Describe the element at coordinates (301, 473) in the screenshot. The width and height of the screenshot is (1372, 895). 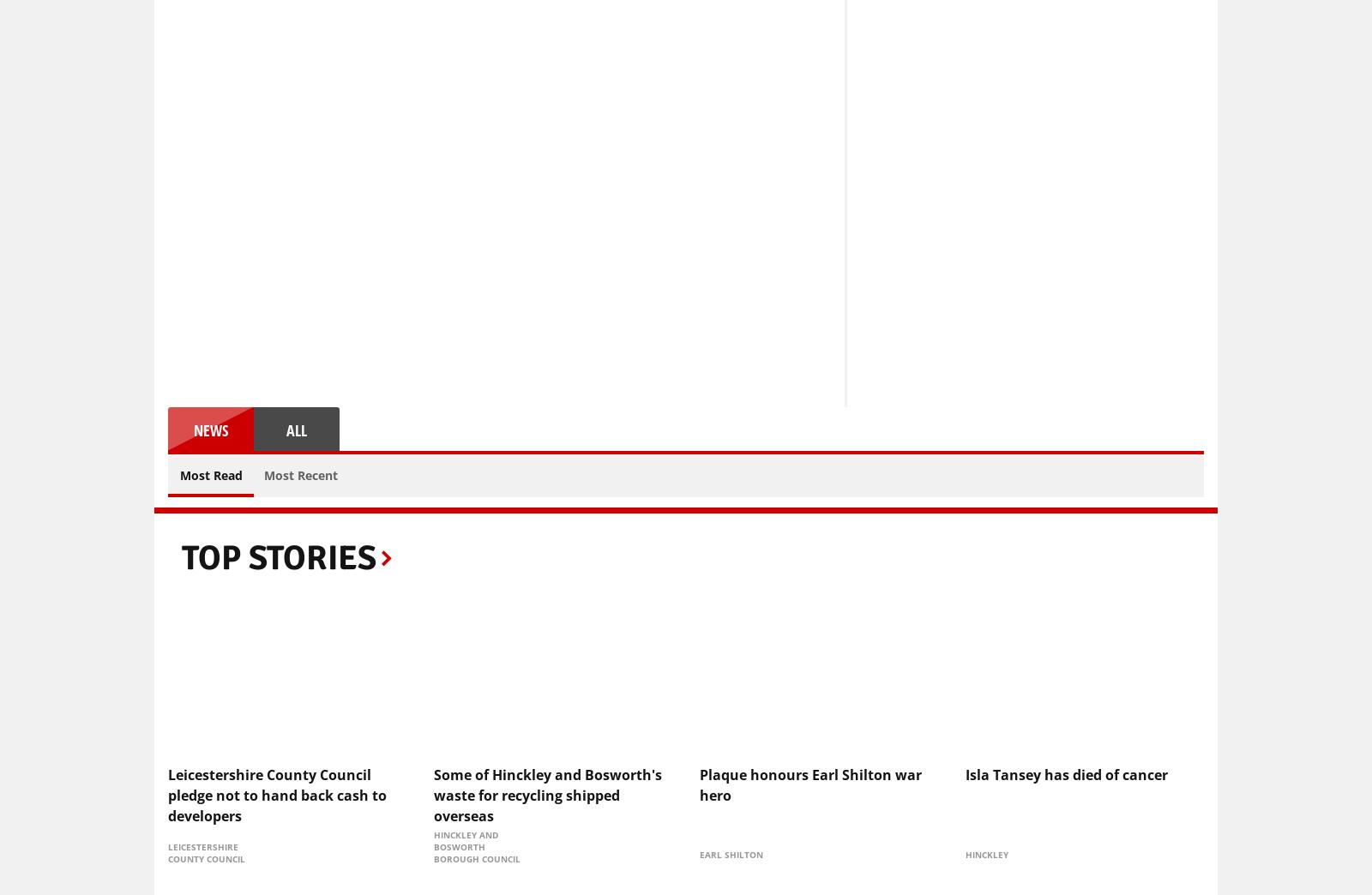
I see `'Most Recent'` at that location.